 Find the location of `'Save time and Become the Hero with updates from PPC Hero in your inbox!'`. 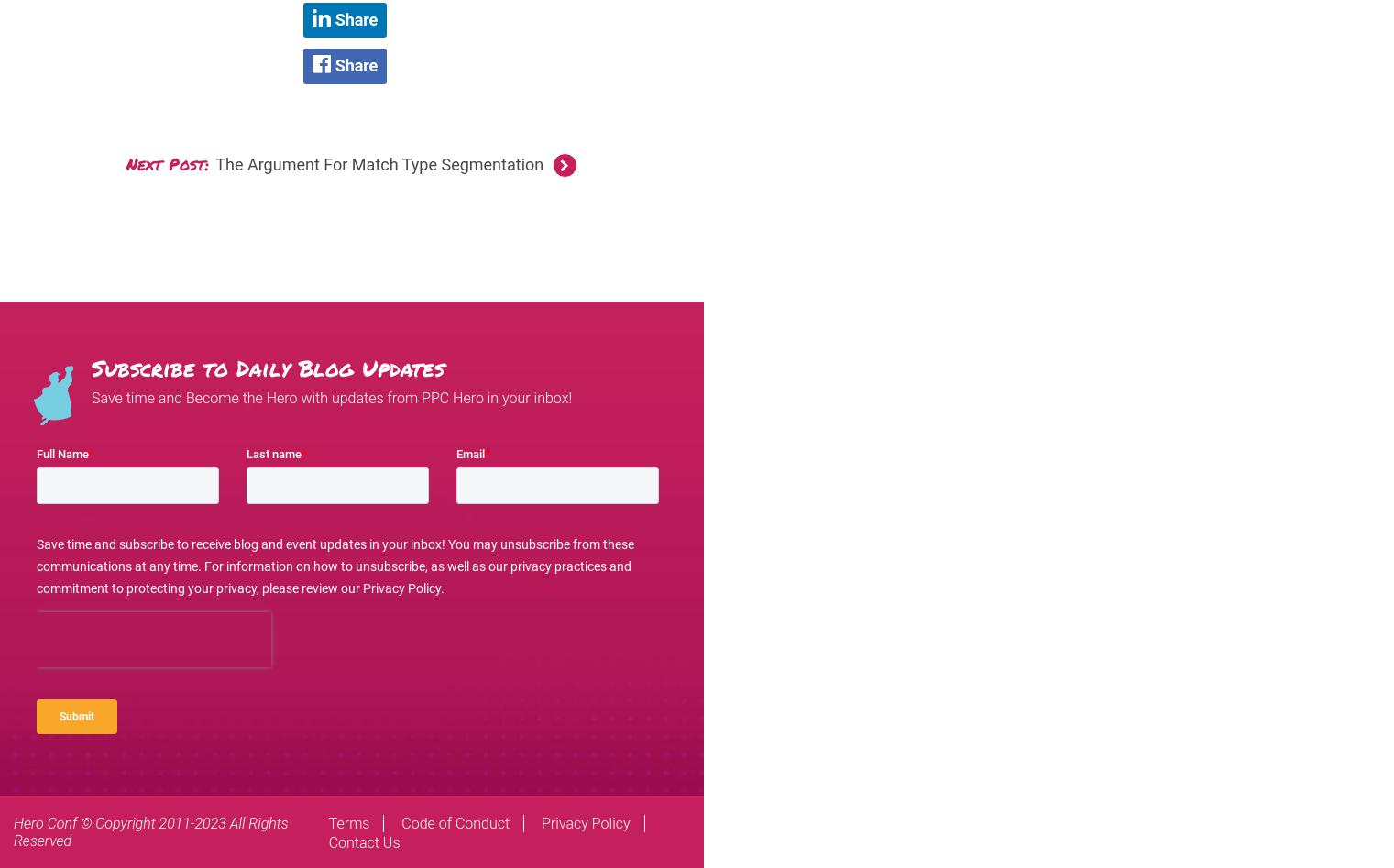

'Save time and Become the Hero with updates from PPC Hero in your inbox!' is located at coordinates (330, 398).